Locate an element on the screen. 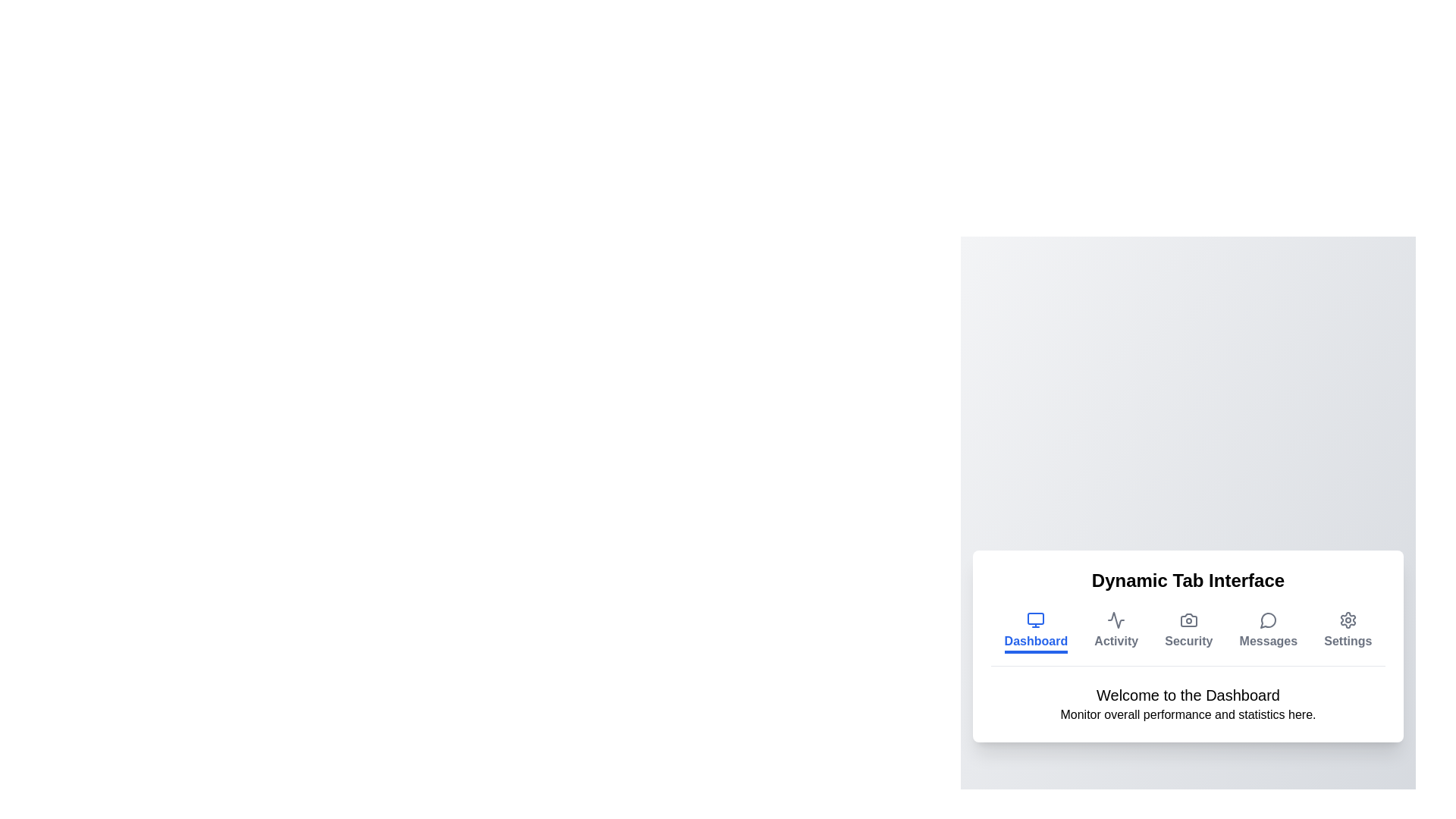 The image size is (1456, 819). the gear-shaped icon button located under the 'Settings' label in the row of icons below the 'Dynamic Tab Interface' header is located at coordinates (1348, 620).